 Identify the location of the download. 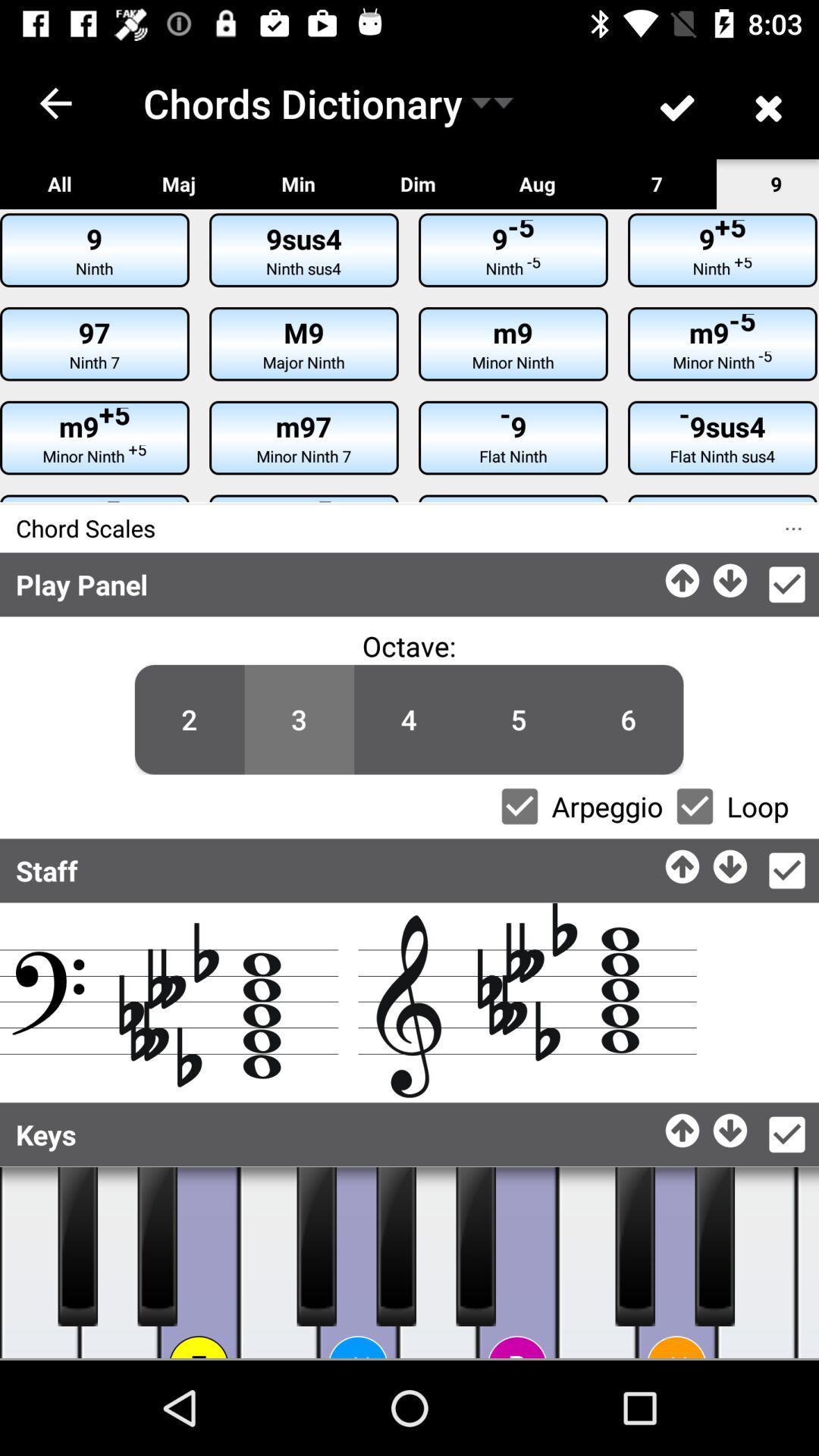
(730, 862).